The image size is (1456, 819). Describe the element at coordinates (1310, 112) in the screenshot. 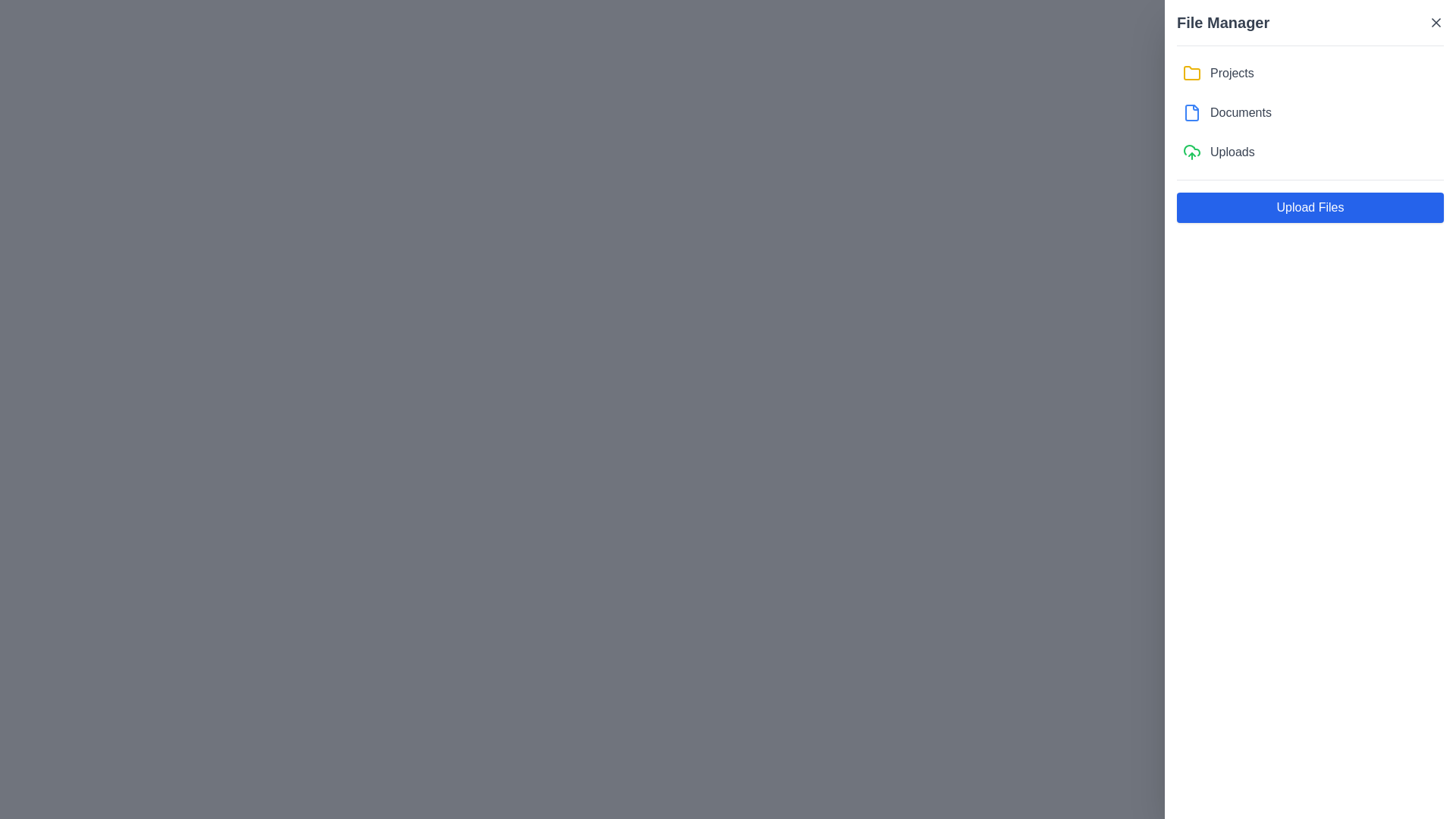

I see `the Navigation Menu located in the right-most sidebar under 'File Manager', which contains the items 'Projects', 'Documents', and 'Uploads' with colored icons` at that location.